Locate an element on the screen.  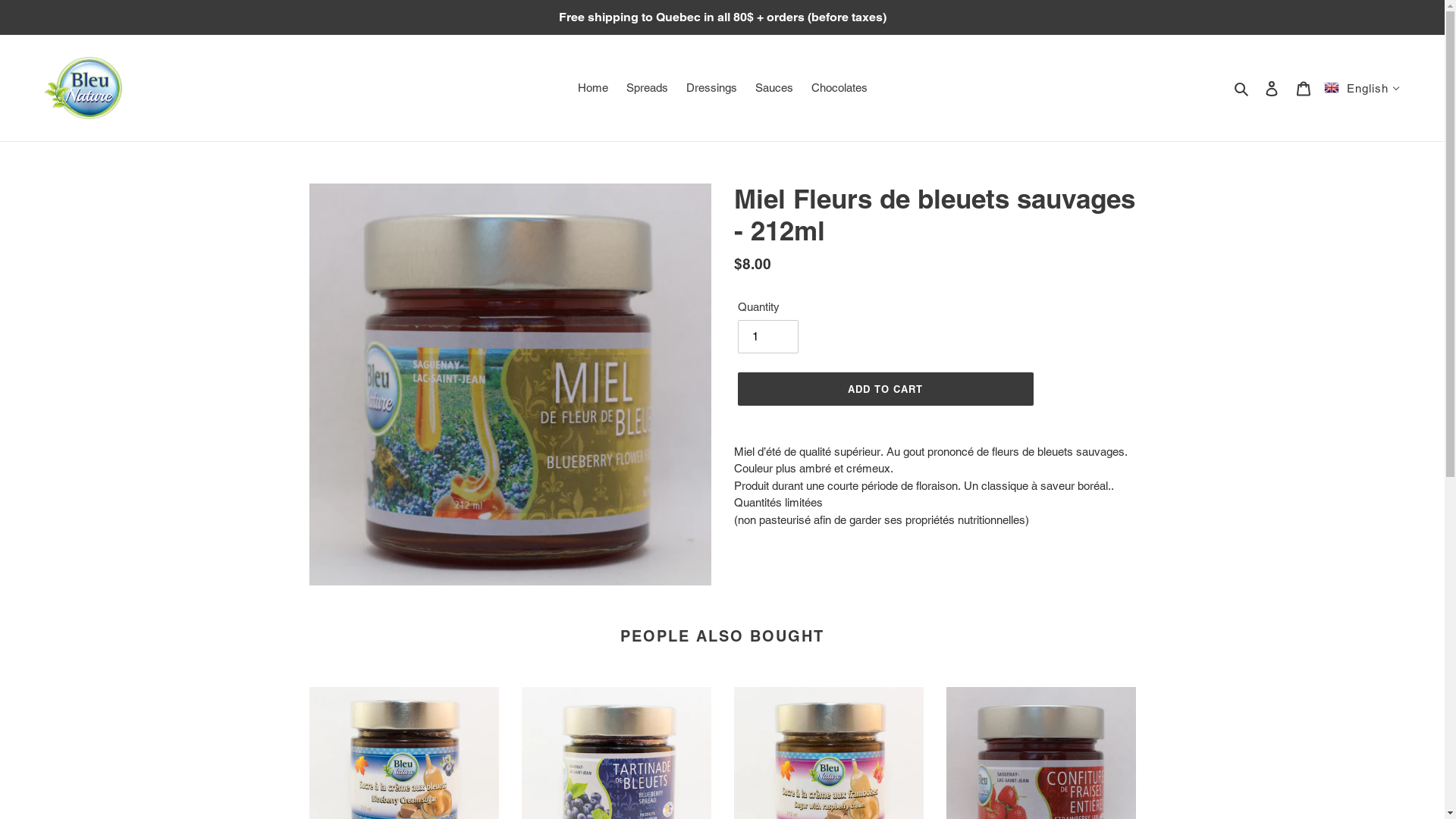
'Dressings' is located at coordinates (676, 88).